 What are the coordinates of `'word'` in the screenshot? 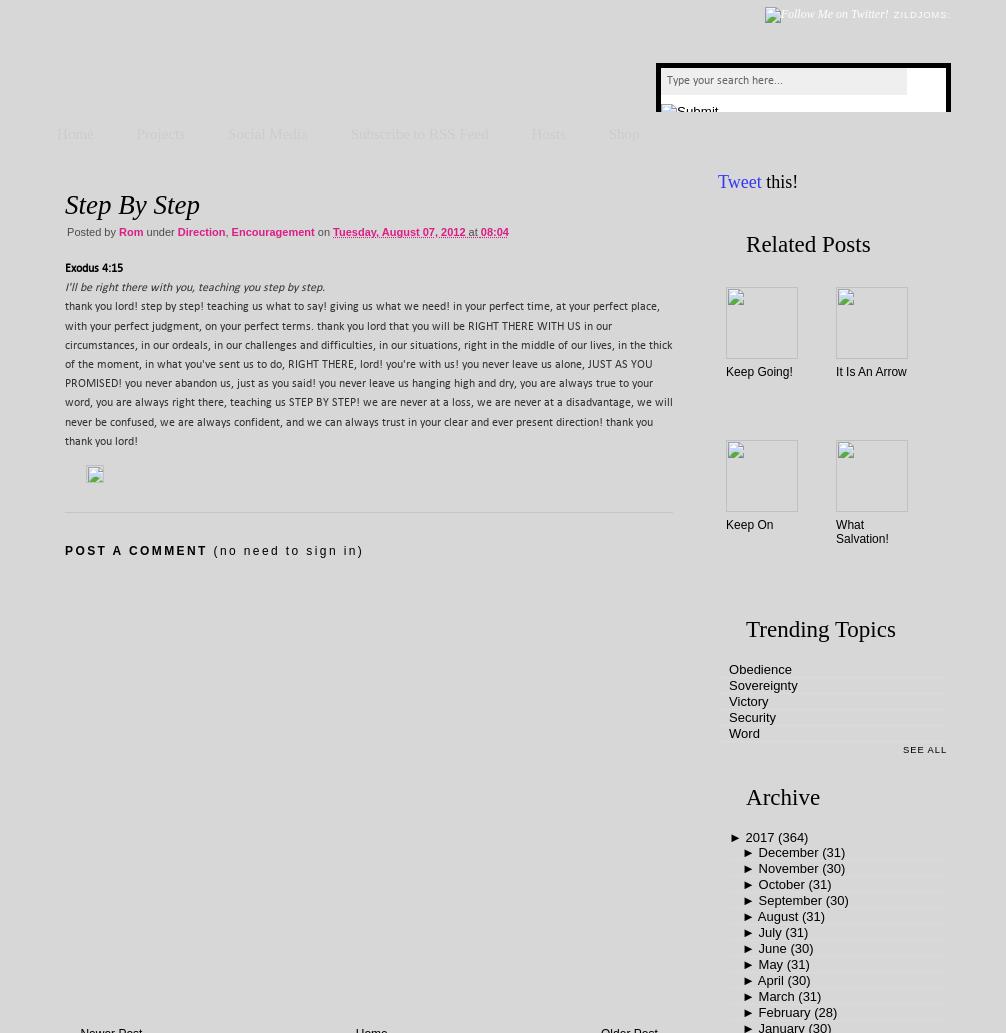 It's located at (744, 733).